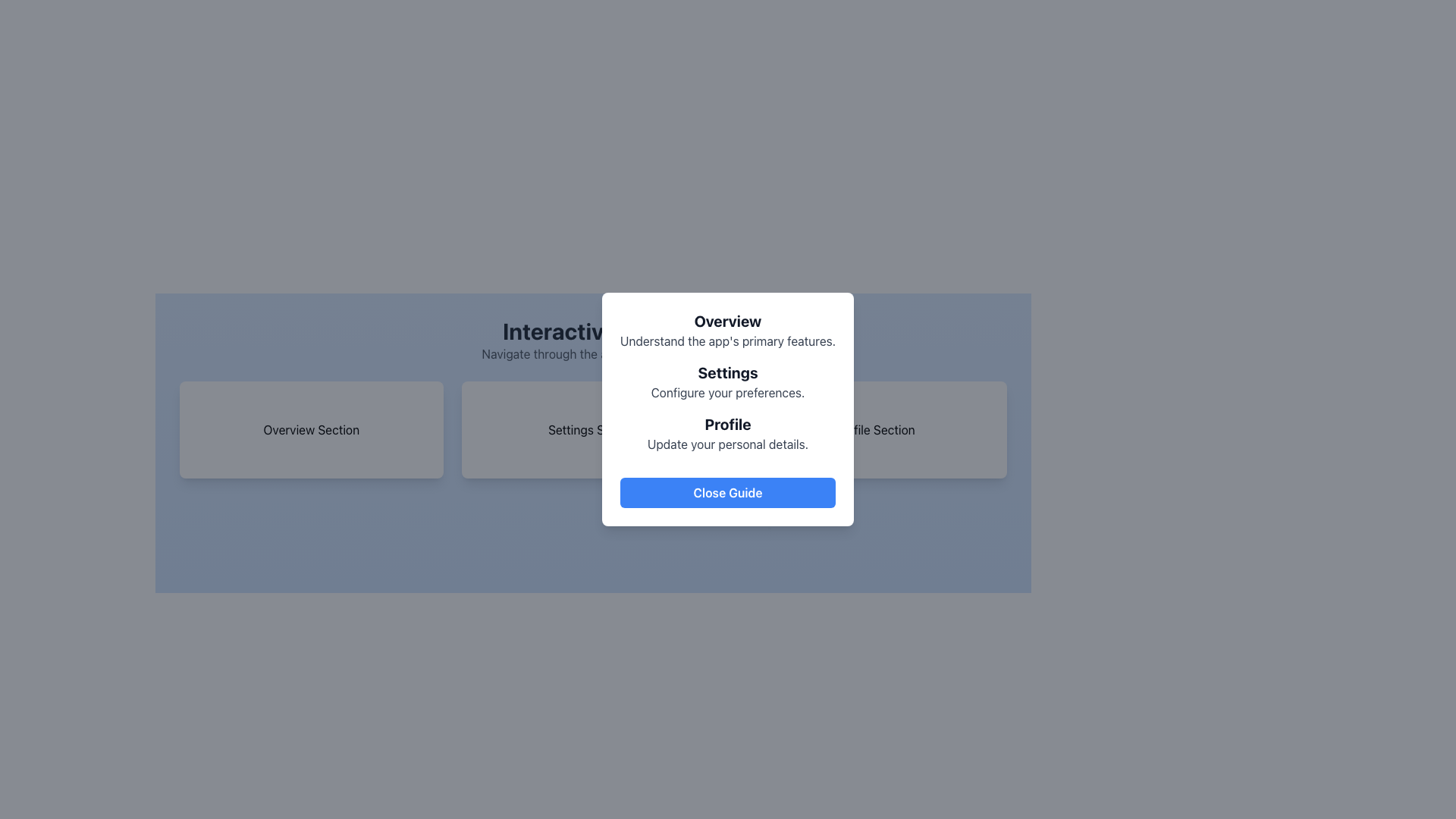 The height and width of the screenshot is (819, 1456). Describe the element at coordinates (592, 353) in the screenshot. I see `the instructional text label that reads 'Navigate through the app's key features.' located beneath the header 'Interactive Guide'` at that location.